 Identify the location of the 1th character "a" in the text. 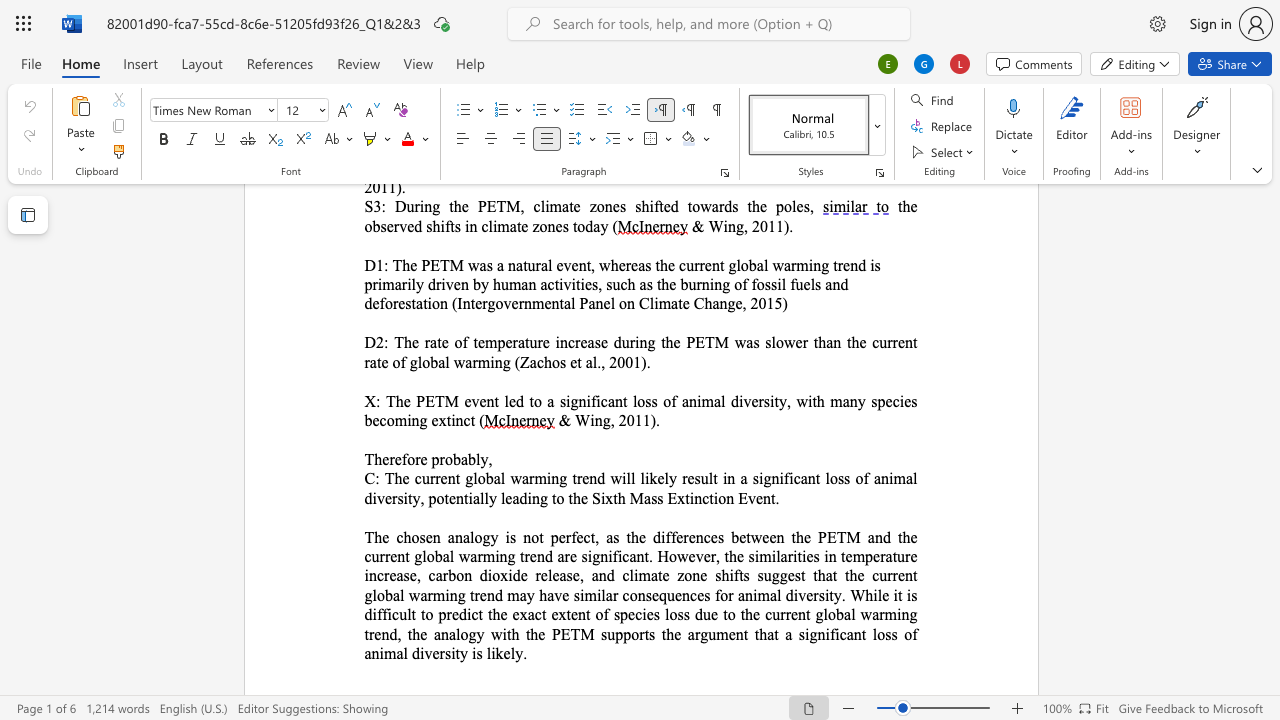
(497, 478).